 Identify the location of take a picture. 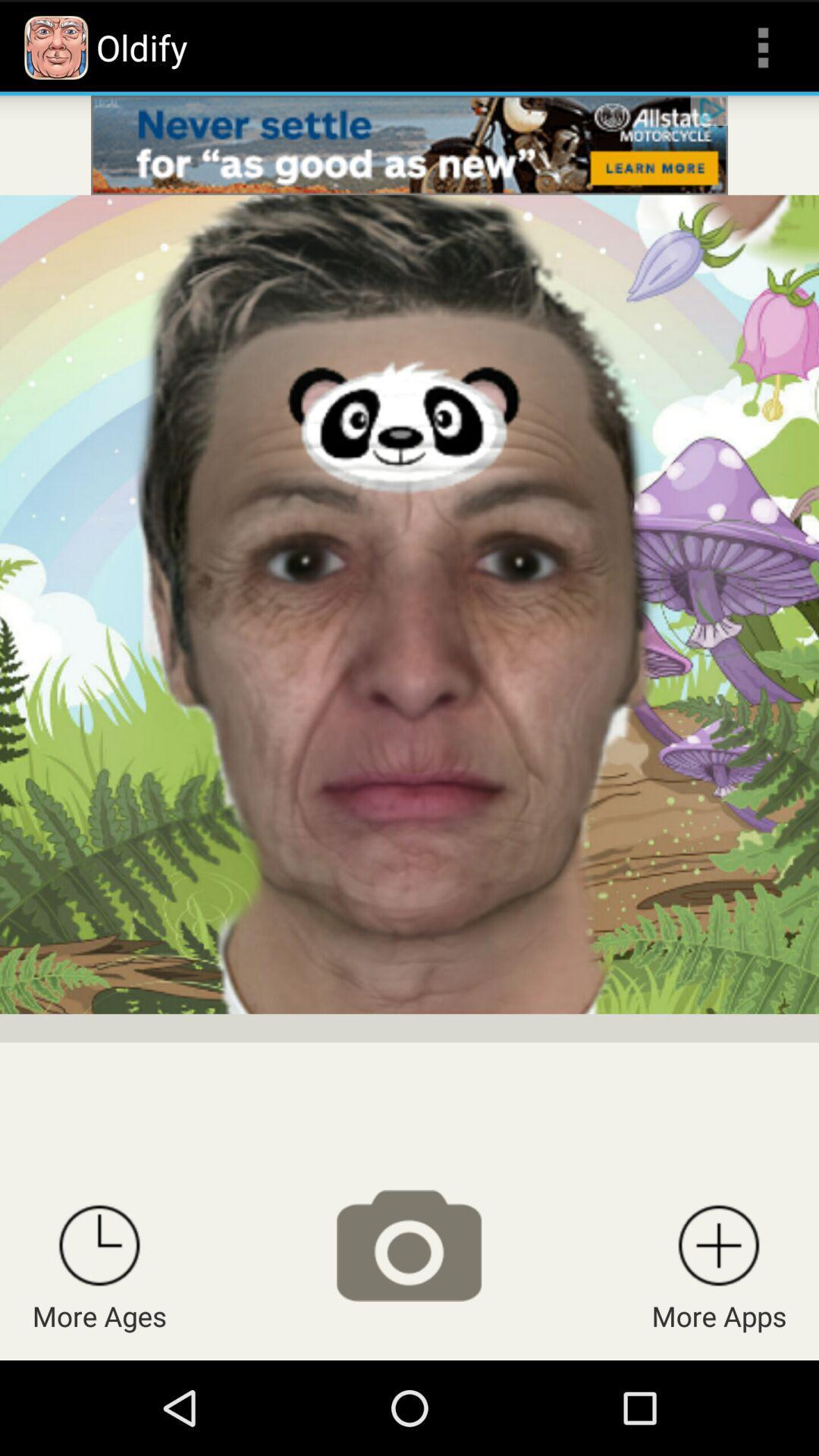
(408, 1245).